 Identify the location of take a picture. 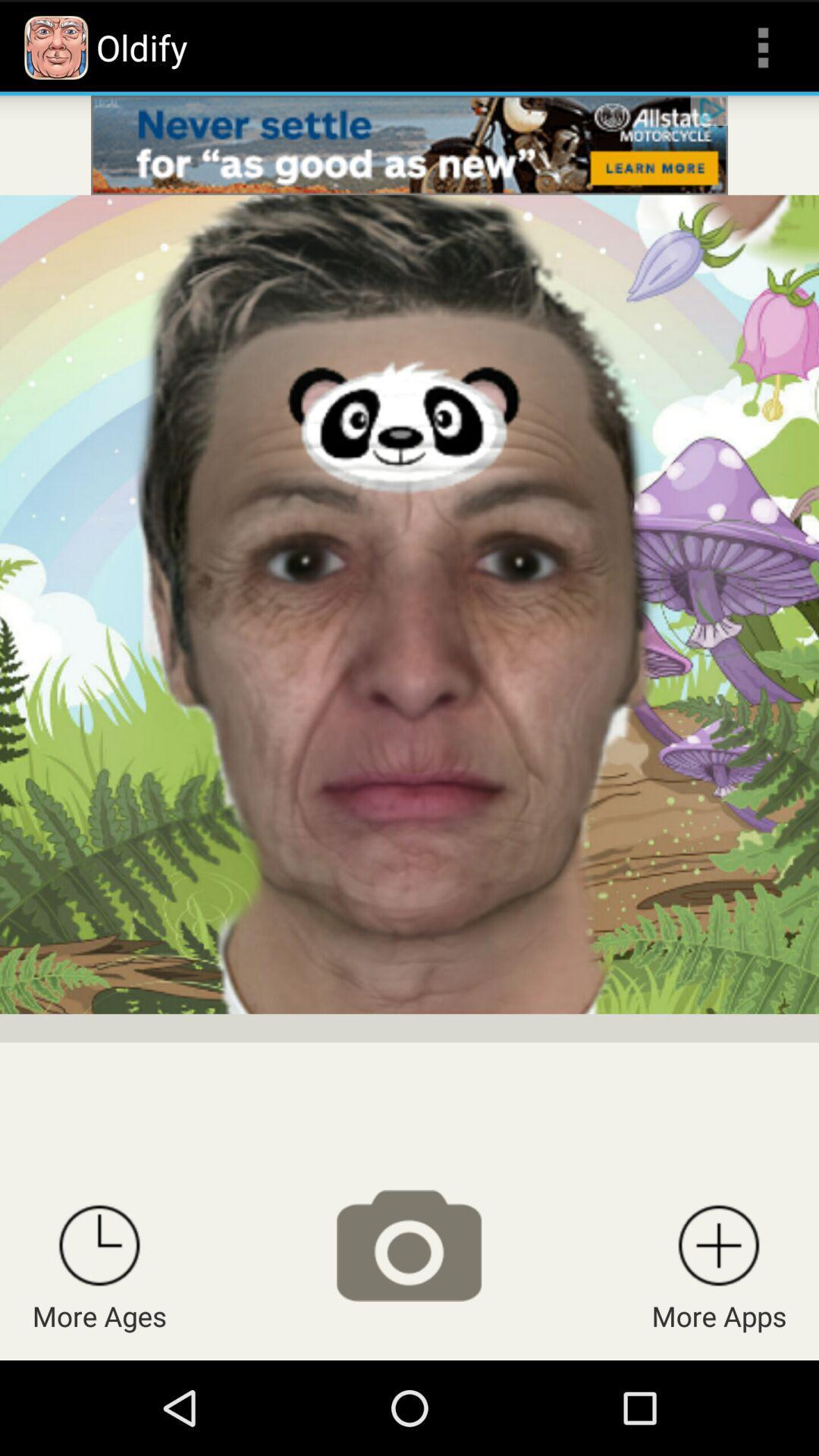
(408, 1245).